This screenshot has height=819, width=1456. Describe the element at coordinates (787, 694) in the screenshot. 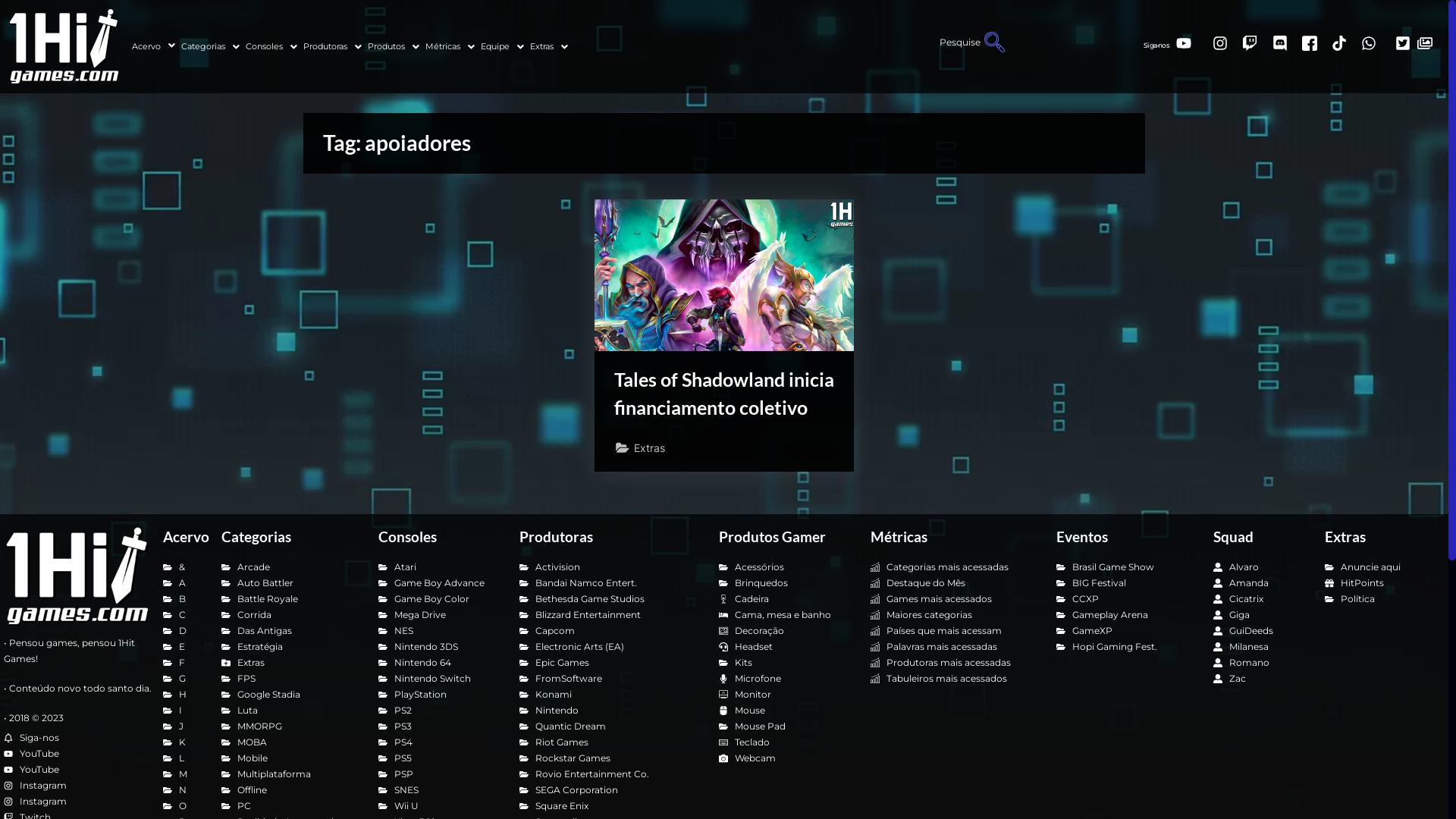

I see `'Monitor'` at that location.